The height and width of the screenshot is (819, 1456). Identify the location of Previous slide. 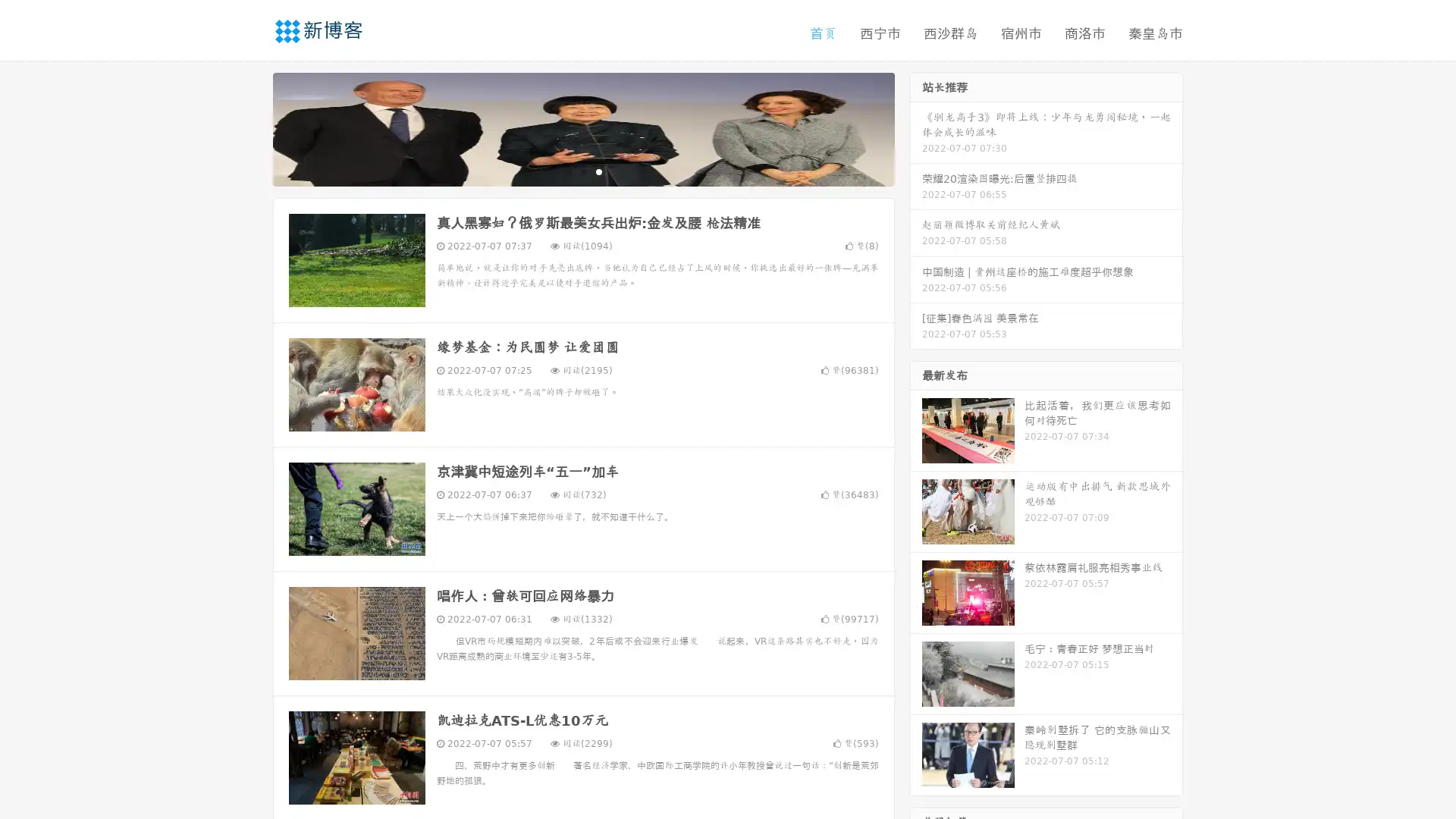
(250, 127).